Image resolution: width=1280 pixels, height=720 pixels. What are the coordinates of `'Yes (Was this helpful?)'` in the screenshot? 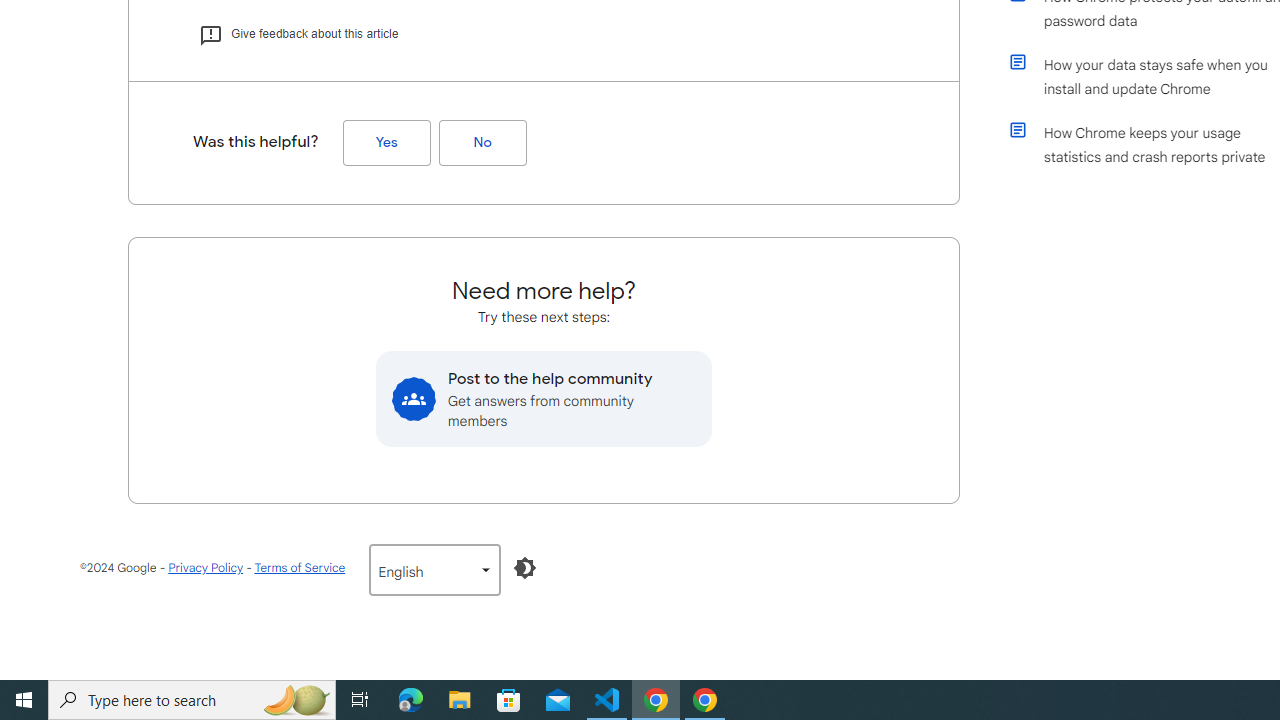 It's located at (386, 142).